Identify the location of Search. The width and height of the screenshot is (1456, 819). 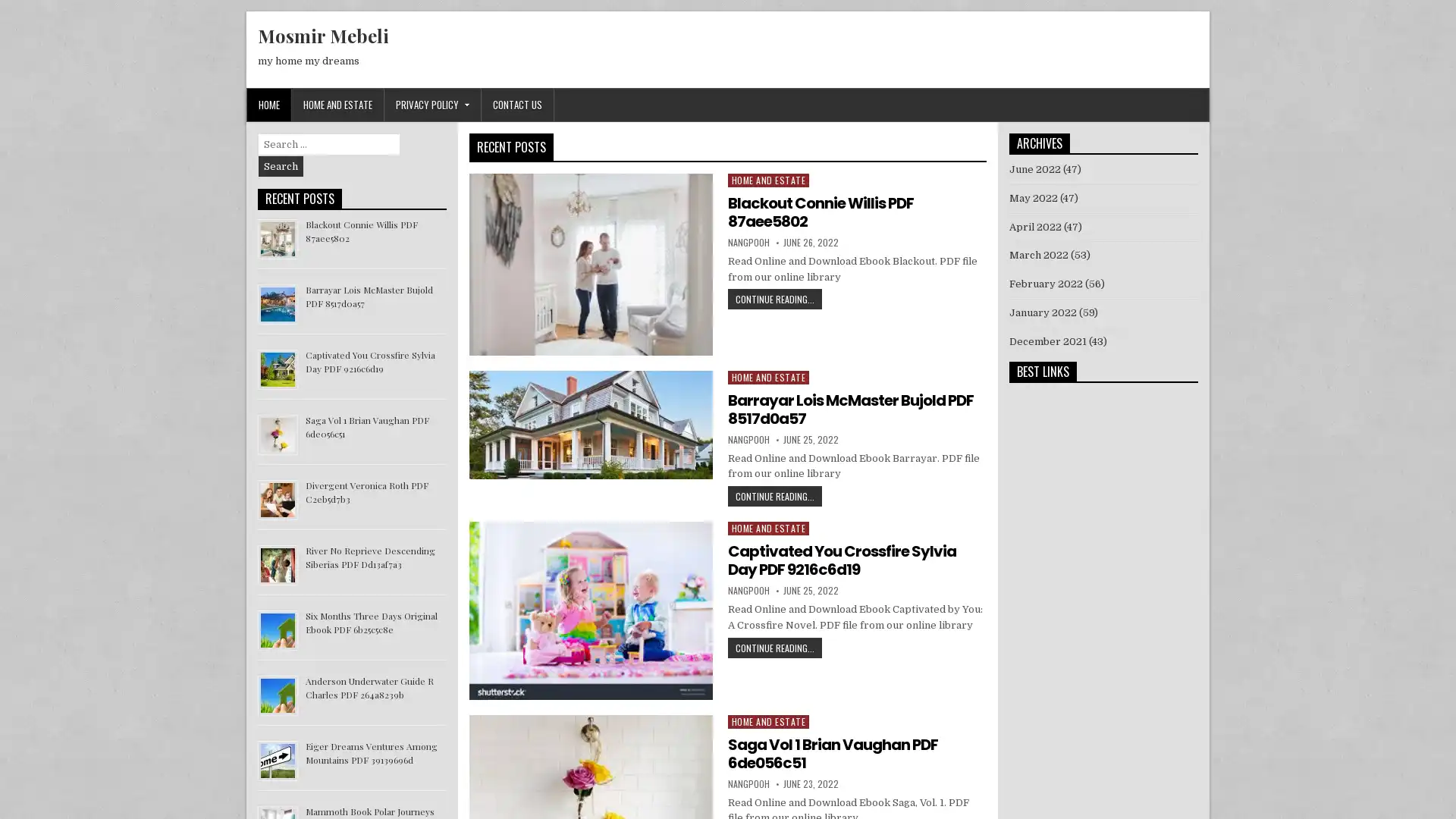
(281, 166).